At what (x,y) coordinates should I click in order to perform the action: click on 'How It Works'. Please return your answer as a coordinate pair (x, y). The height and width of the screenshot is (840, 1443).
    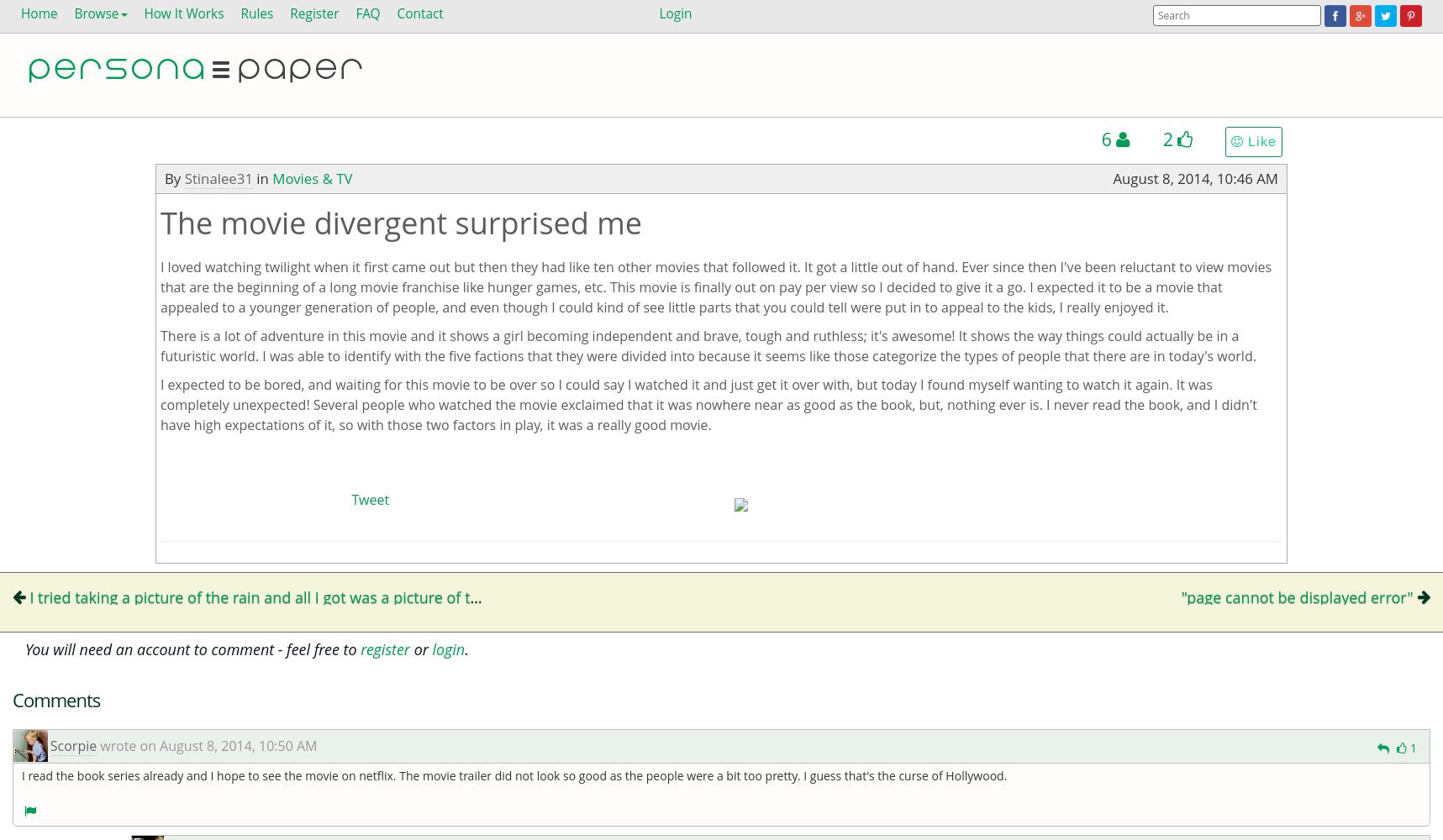
    Looking at the image, I should click on (144, 13).